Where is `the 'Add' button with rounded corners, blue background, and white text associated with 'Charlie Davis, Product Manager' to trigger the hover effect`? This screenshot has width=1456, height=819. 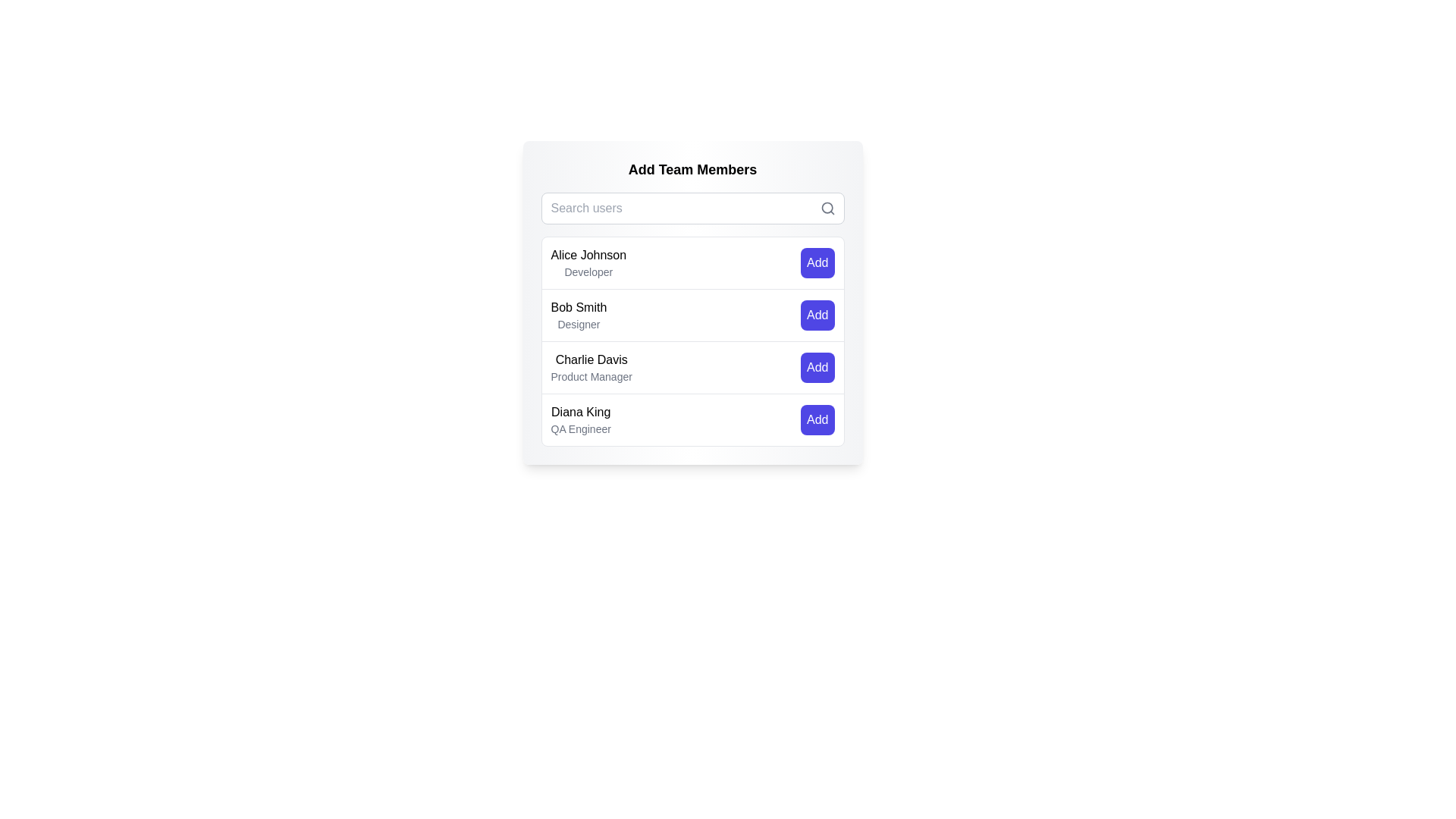
the 'Add' button with rounded corners, blue background, and white text associated with 'Charlie Davis, Product Manager' to trigger the hover effect is located at coordinates (817, 368).